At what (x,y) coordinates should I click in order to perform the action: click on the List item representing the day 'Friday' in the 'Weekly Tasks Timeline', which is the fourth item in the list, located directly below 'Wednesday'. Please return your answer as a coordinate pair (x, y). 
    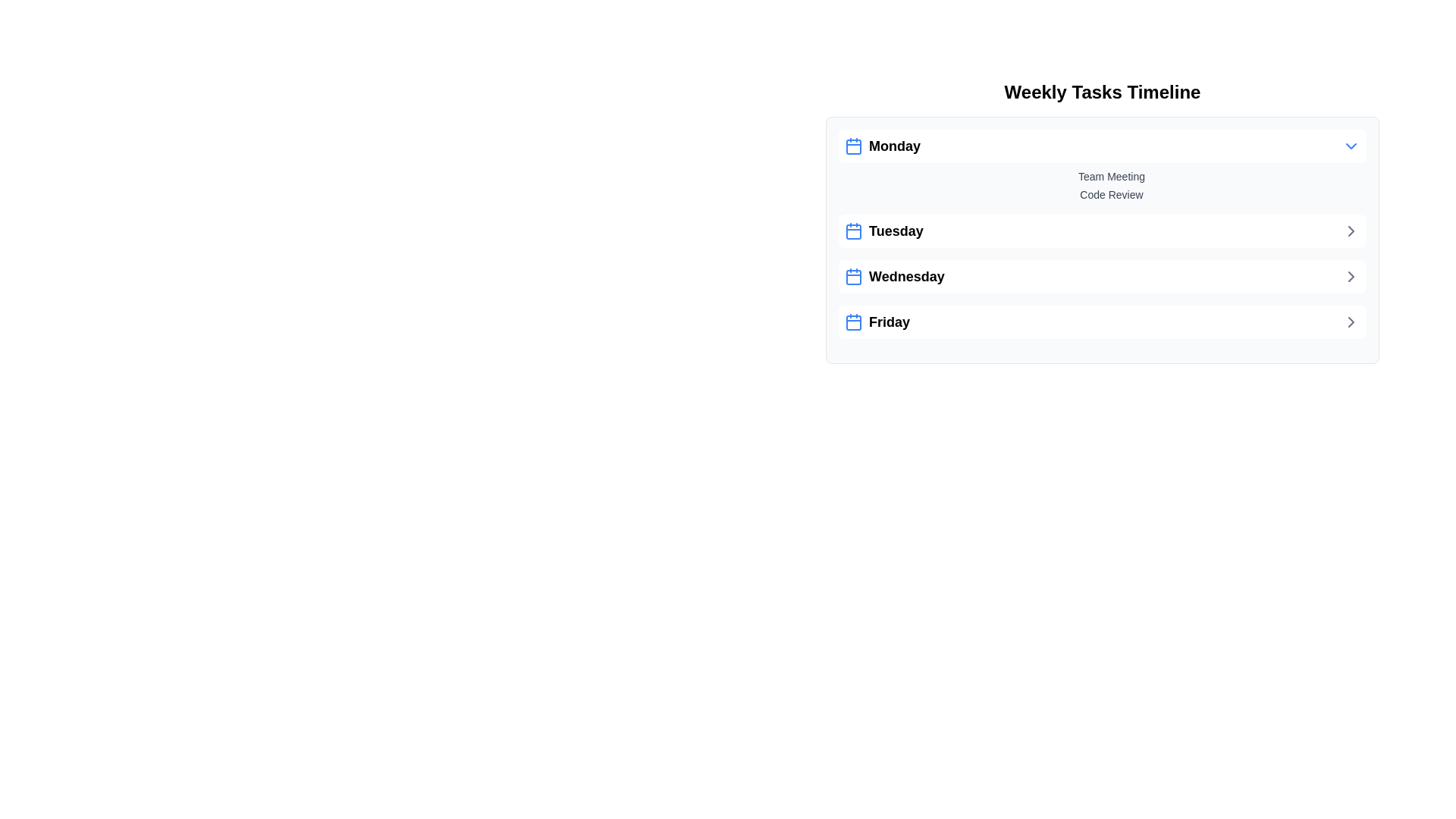
    Looking at the image, I should click on (877, 321).